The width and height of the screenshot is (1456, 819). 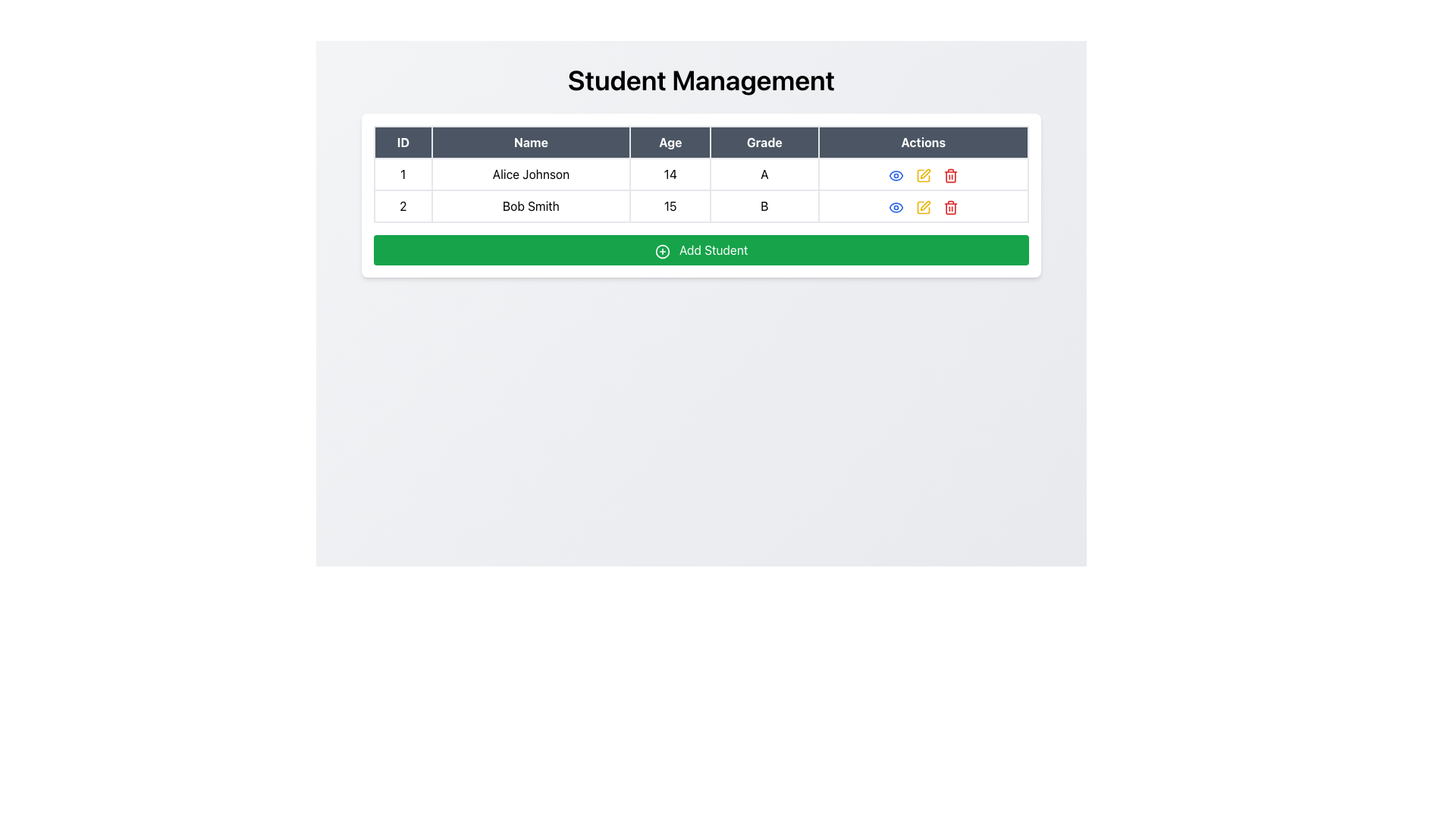 I want to click on the trash bin icon button in the second row of the 'Actions' column, so click(x=949, y=207).